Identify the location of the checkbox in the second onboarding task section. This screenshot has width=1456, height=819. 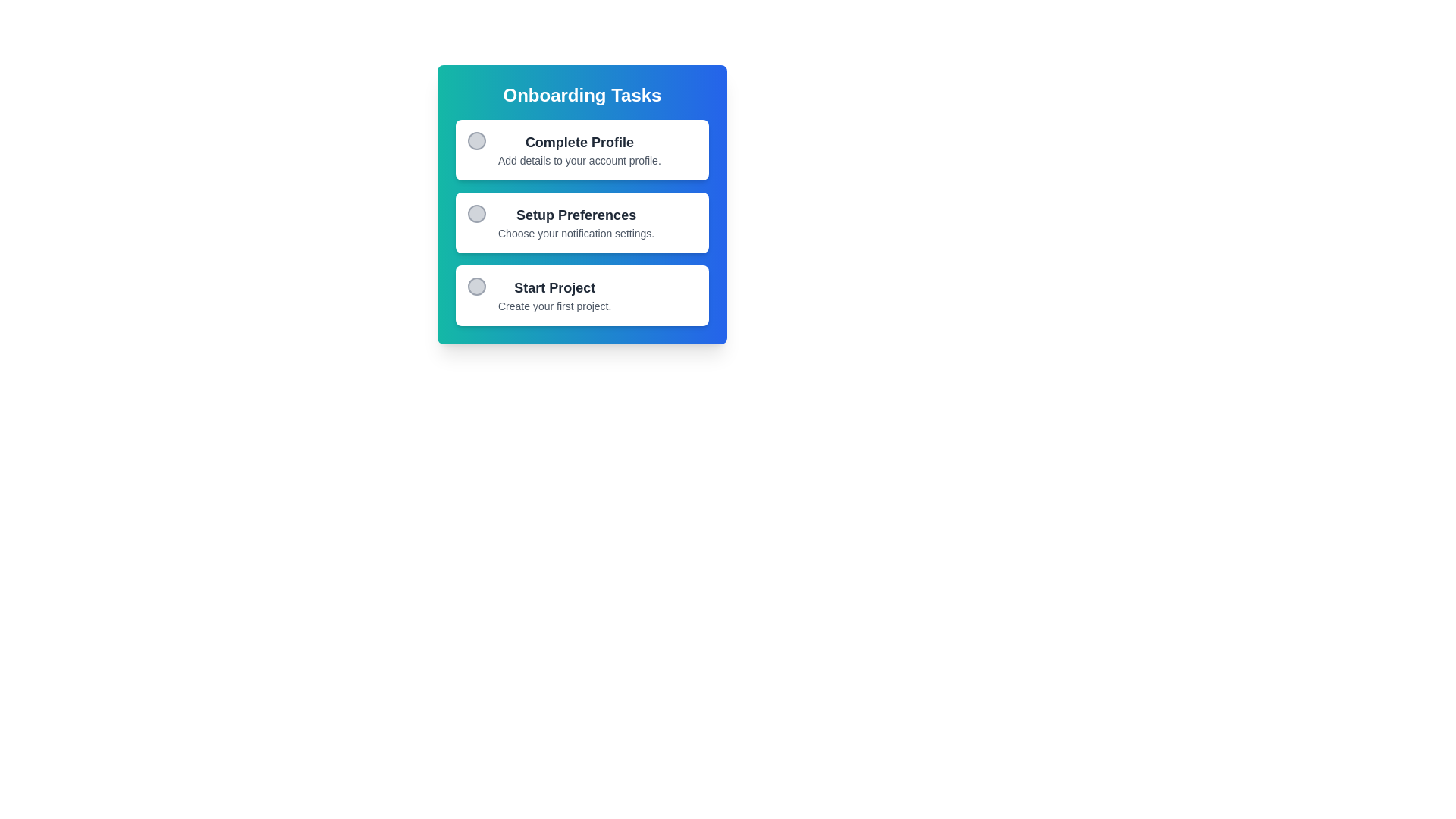
(582, 222).